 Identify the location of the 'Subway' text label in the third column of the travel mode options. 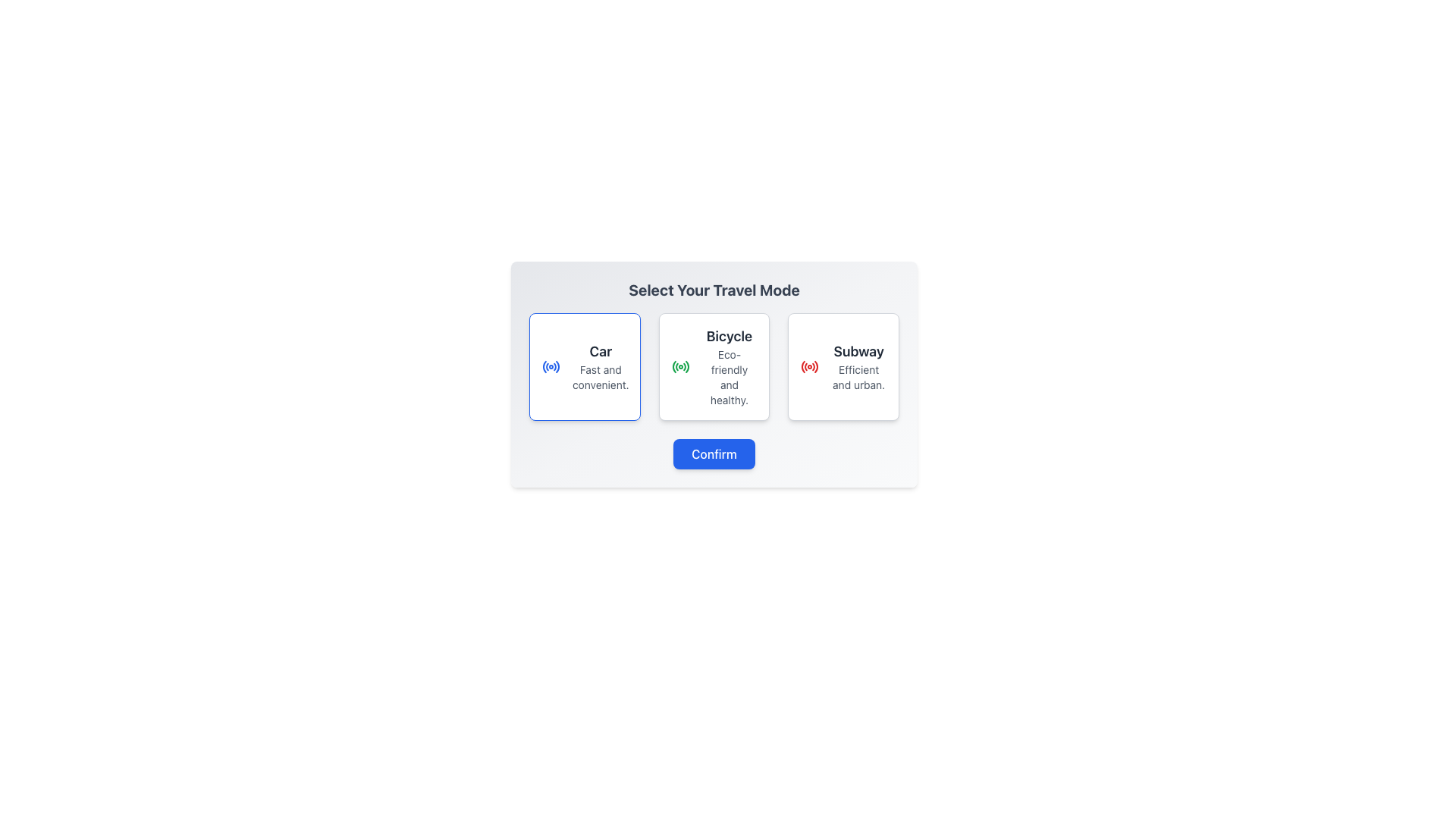
(858, 351).